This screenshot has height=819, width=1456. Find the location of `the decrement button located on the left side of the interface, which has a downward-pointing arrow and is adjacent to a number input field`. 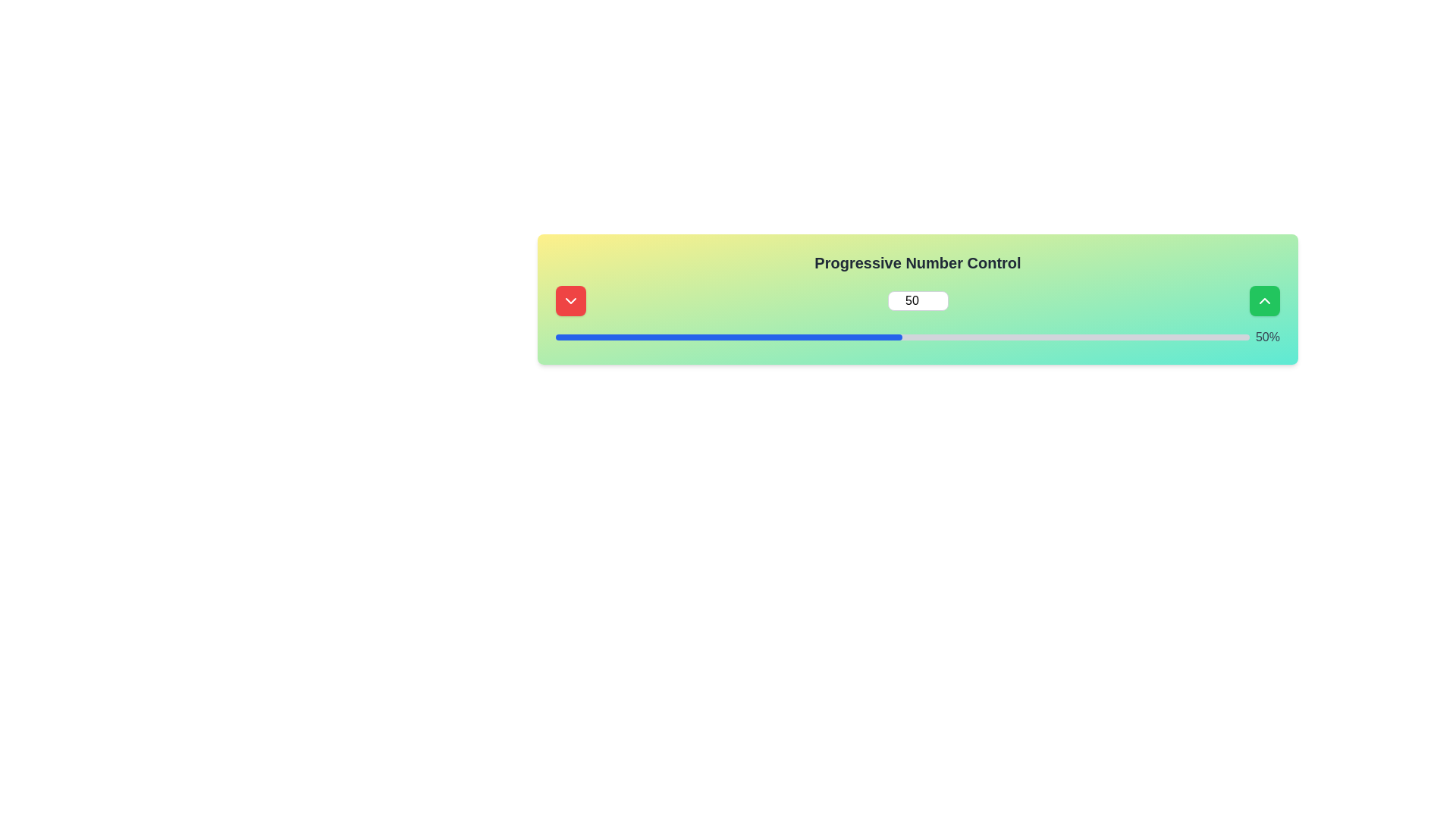

the decrement button located on the left side of the interface, which has a downward-pointing arrow and is adjacent to a number input field is located at coordinates (570, 301).